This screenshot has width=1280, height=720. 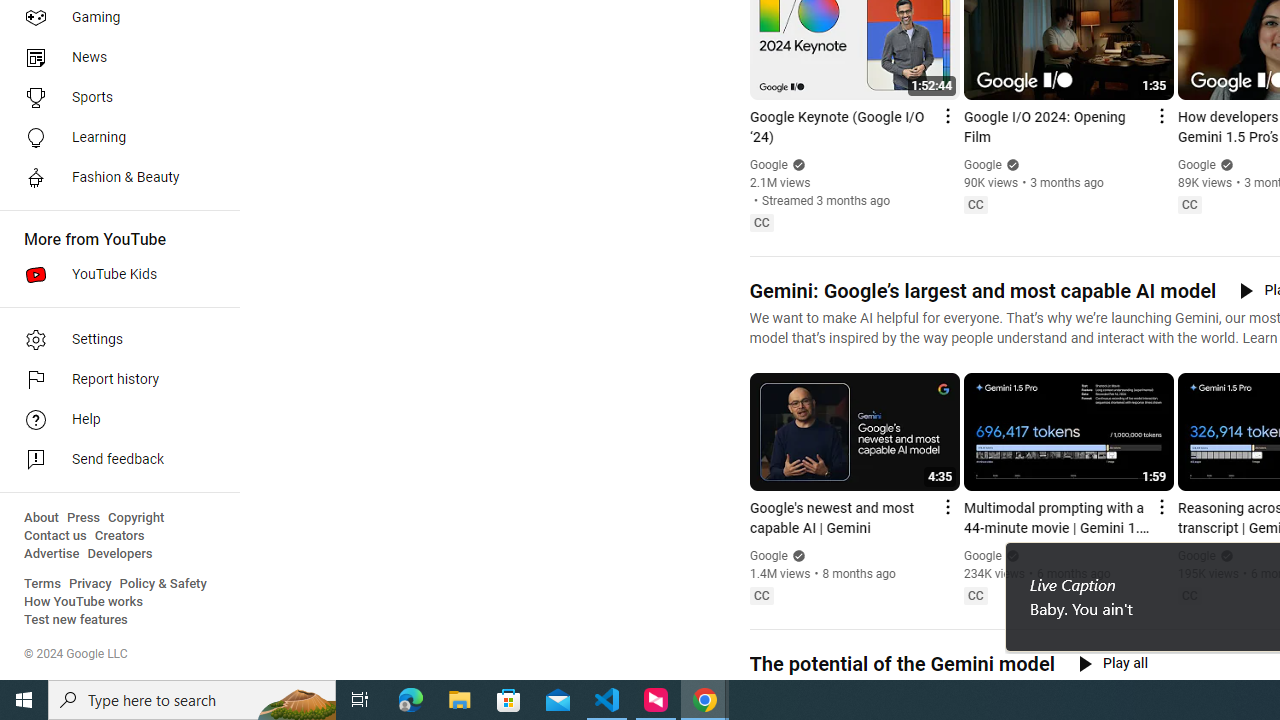 What do you see at coordinates (112, 136) in the screenshot?
I see `'Learning'` at bounding box center [112, 136].